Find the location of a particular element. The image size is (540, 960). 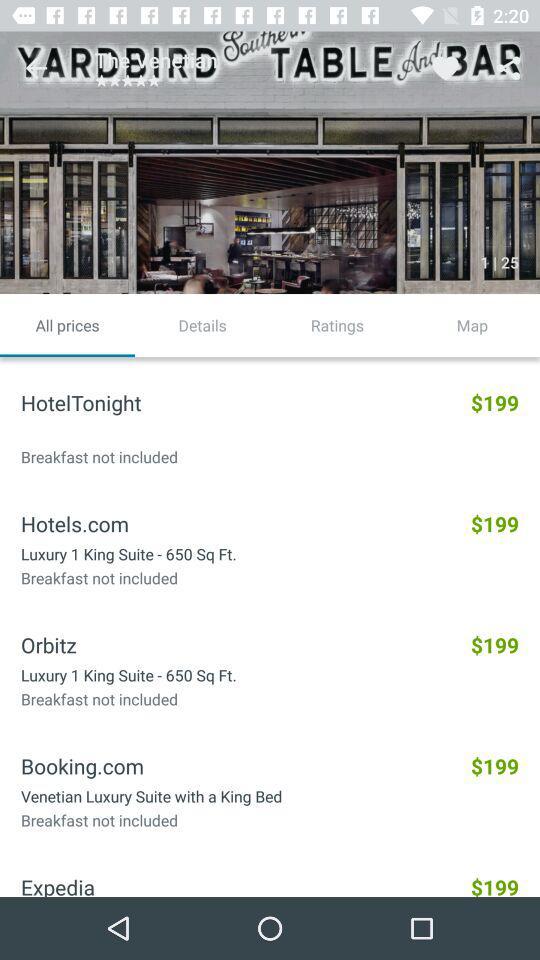

the icon to the right of the all prices icon is located at coordinates (202, 325).